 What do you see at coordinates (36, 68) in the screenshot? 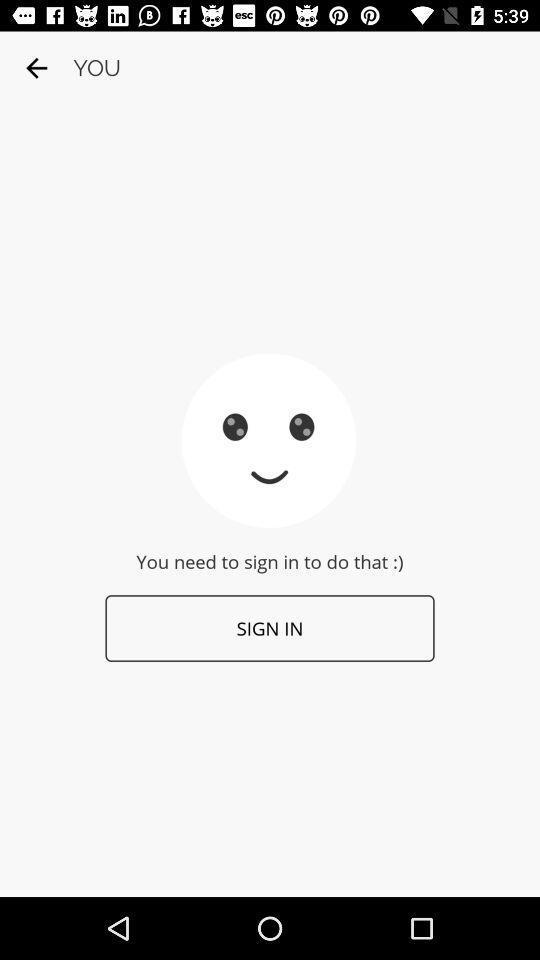
I see `the icon above the you need to` at bounding box center [36, 68].